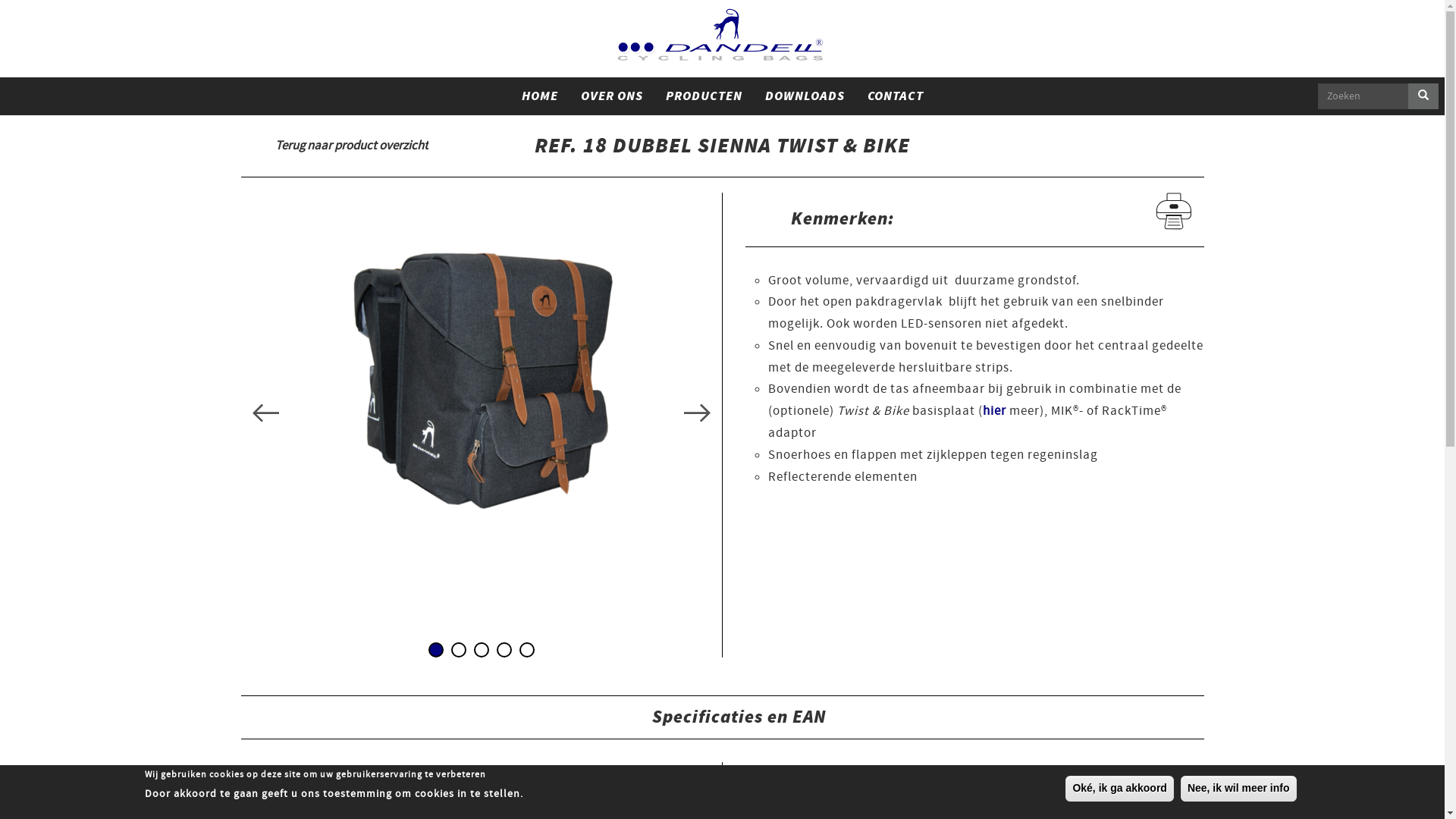  What do you see at coordinates (265, 413) in the screenshot?
I see `'Previous'` at bounding box center [265, 413].